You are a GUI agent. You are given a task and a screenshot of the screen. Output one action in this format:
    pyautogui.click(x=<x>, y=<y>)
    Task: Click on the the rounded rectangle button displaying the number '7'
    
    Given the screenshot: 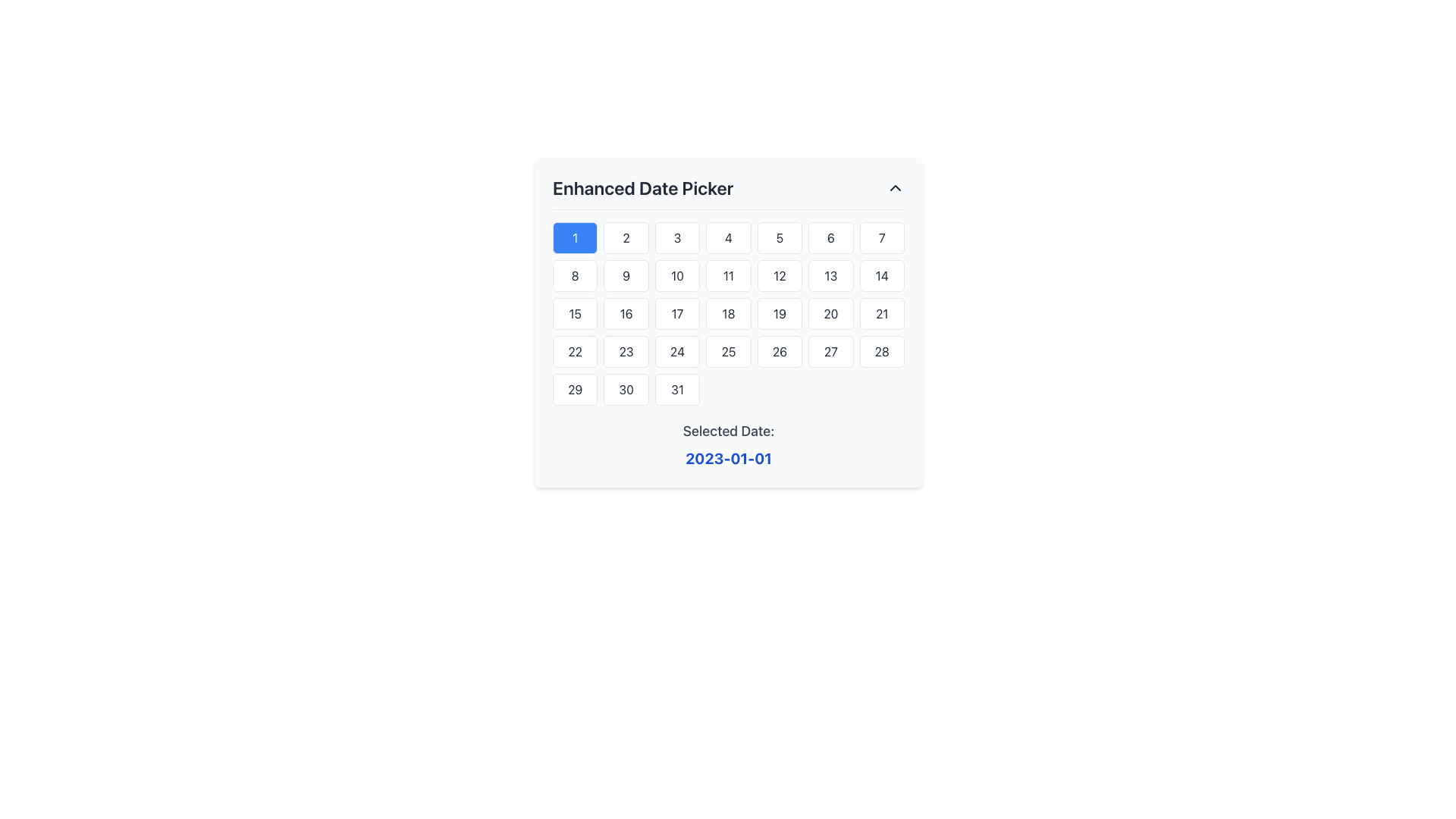 What is the action you would take?
    pyautogui.click(x=882, y=237)
    